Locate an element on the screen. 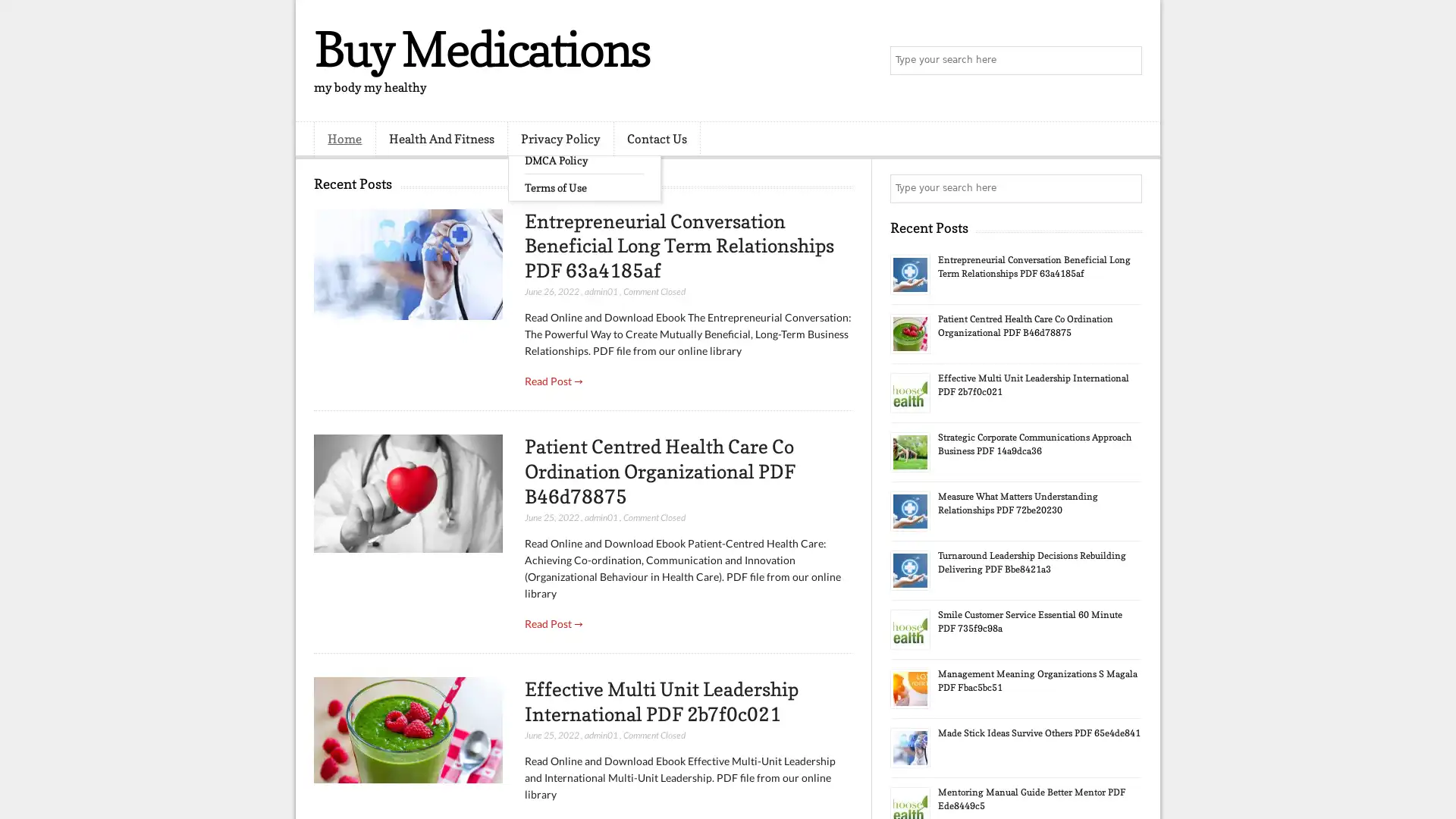 This screenshot has height=819, width=1456. Search is located at coordinates (1126, 188).